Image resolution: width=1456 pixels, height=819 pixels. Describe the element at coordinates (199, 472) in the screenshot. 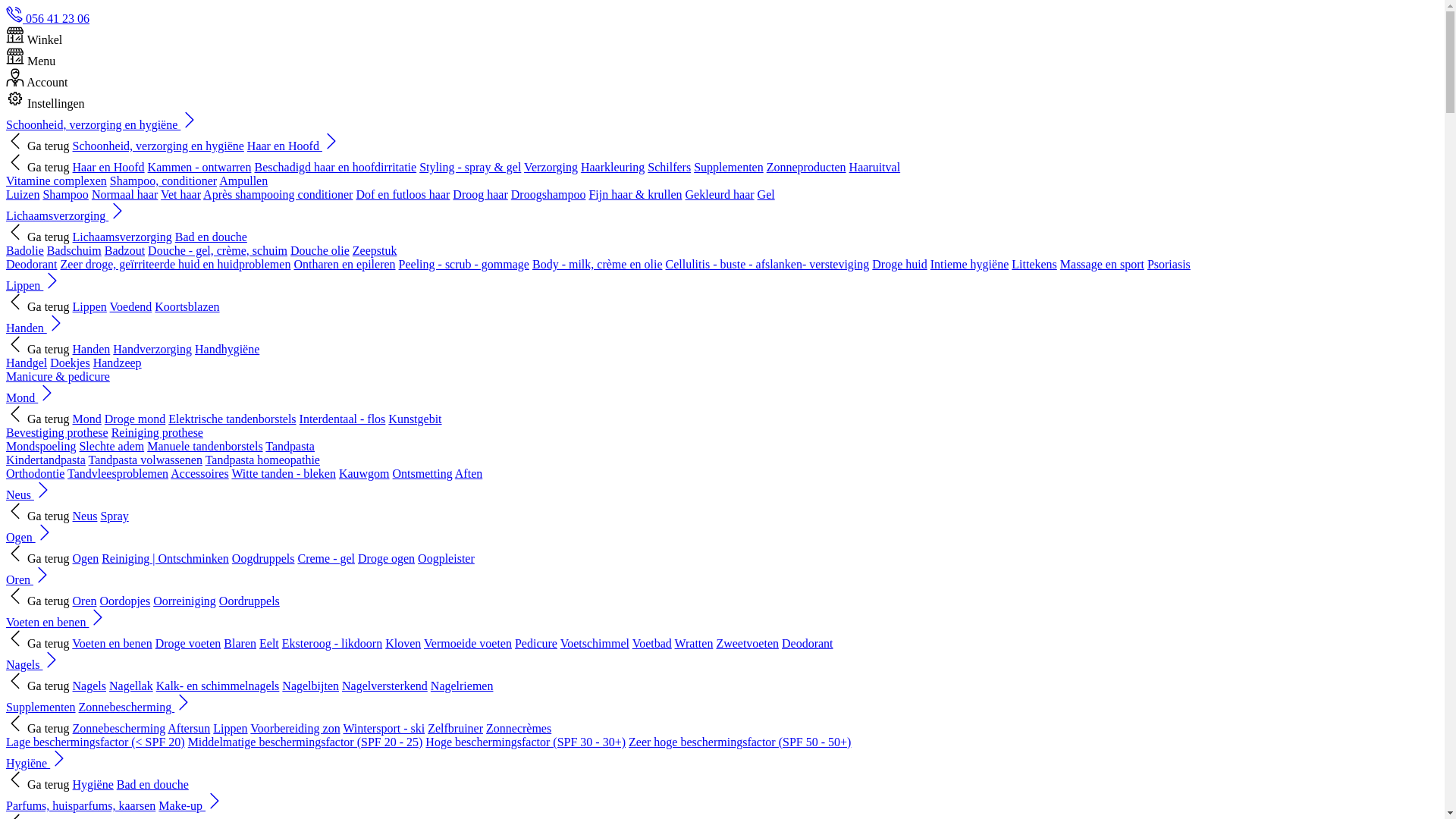

I see `'Accessoires'` at that location.